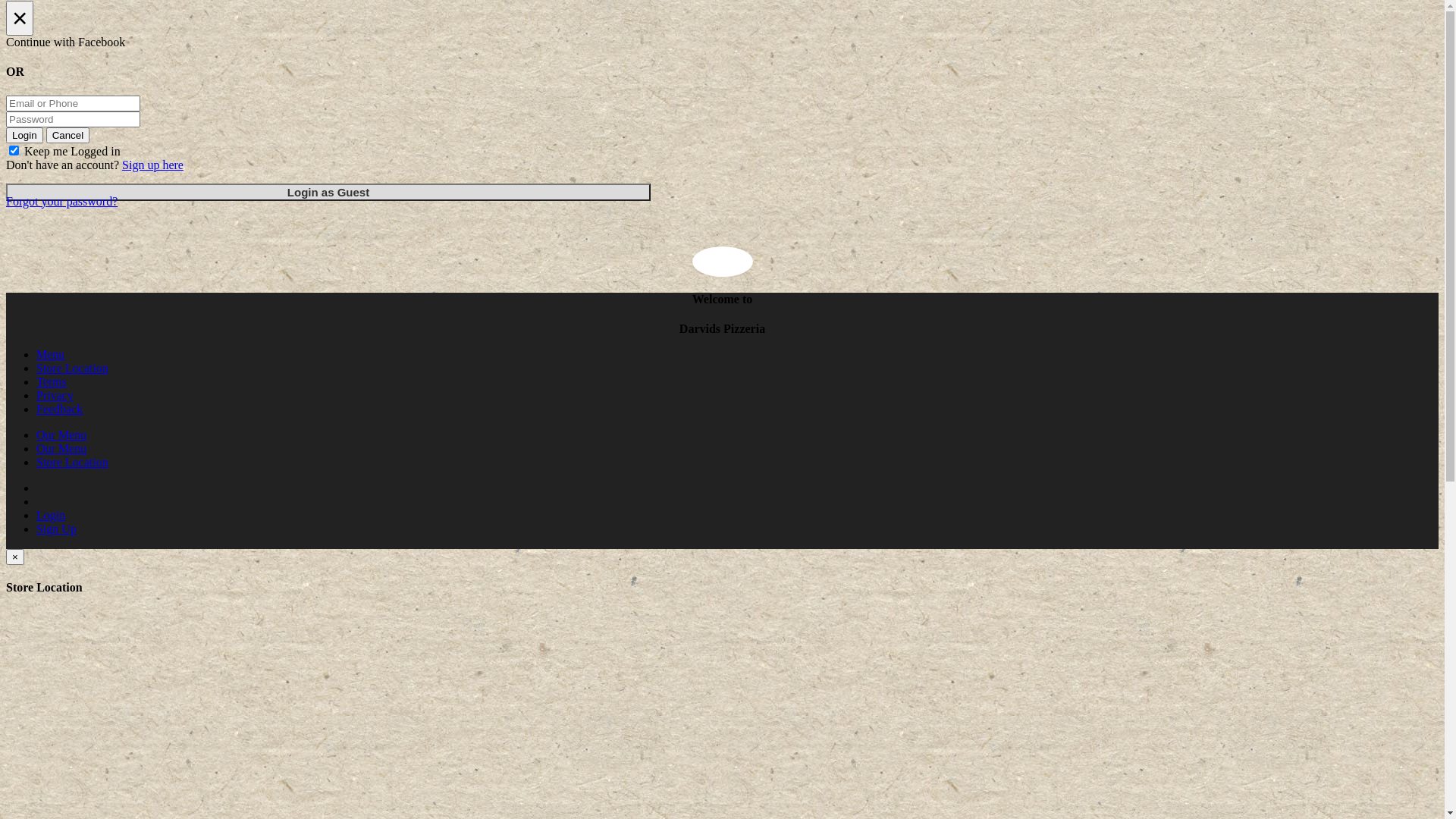  Describe the element at coordinates (6, 42) in the screenshot. I see `'Continue with Facebook'` at that location.